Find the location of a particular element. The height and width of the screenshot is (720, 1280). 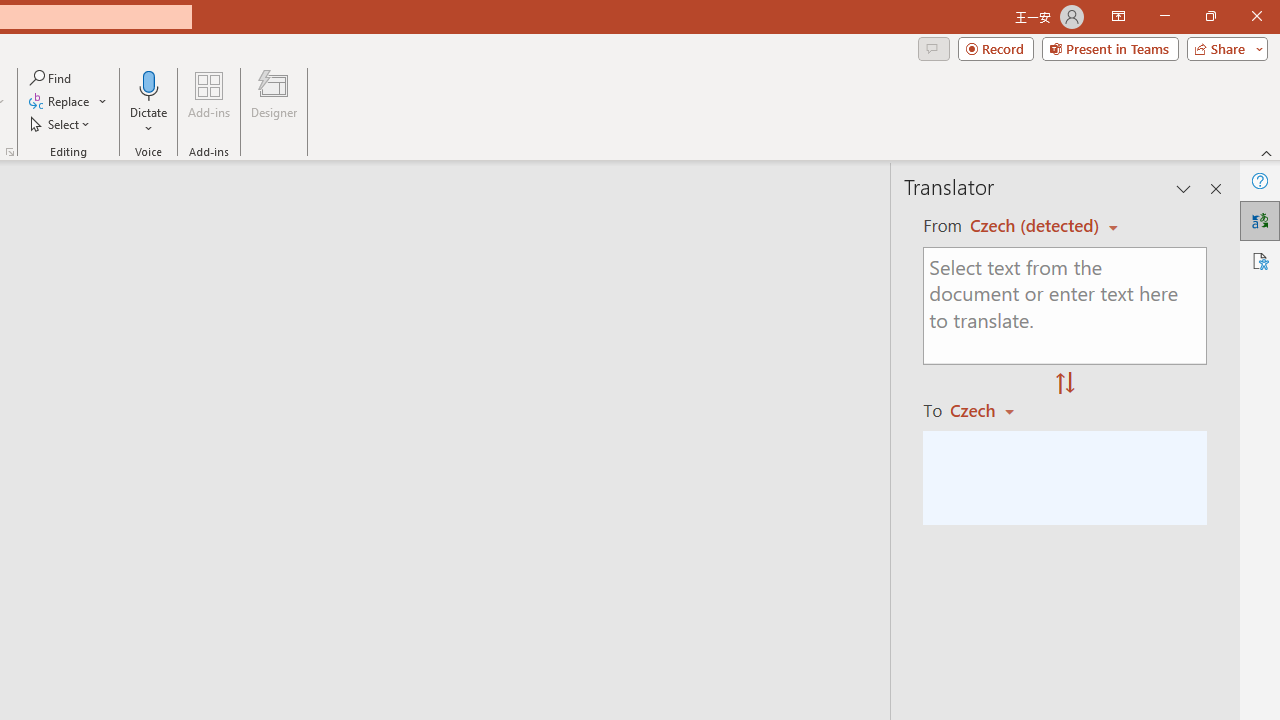

'Find...' is located at coordinates (51, 77).